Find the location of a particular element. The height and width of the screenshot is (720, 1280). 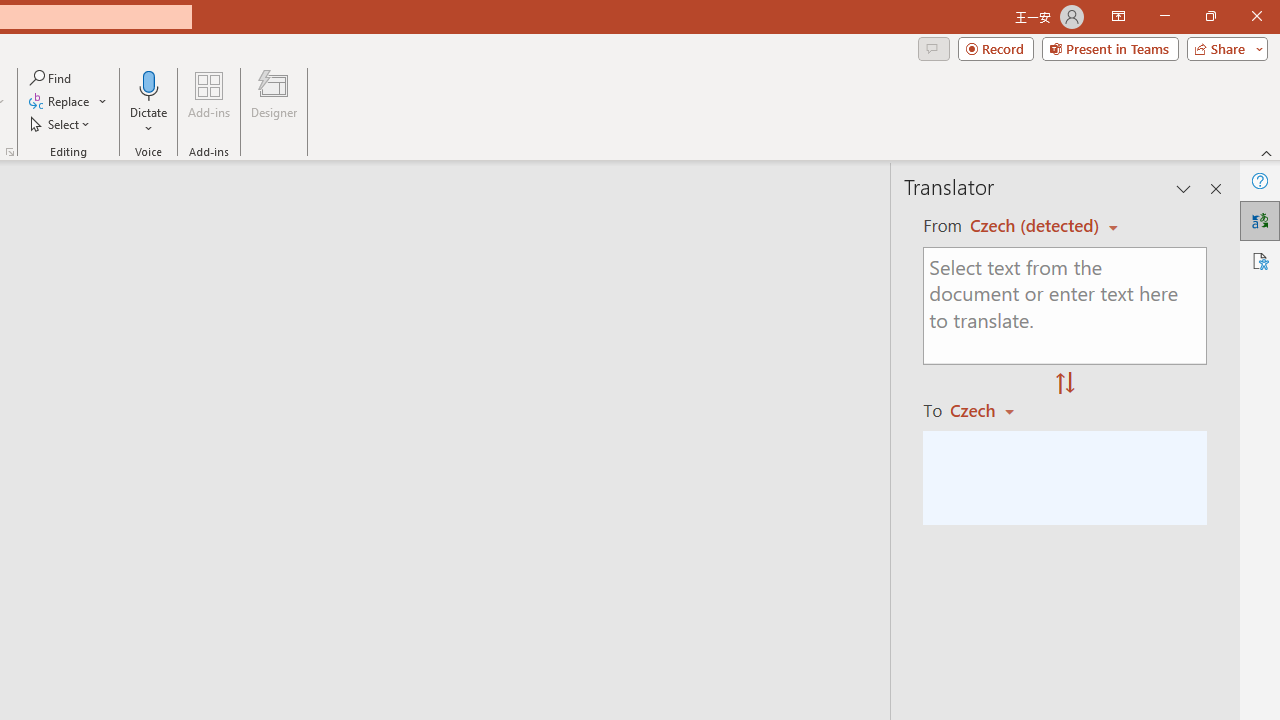

'Find...' is located at coordinates (51, 77).